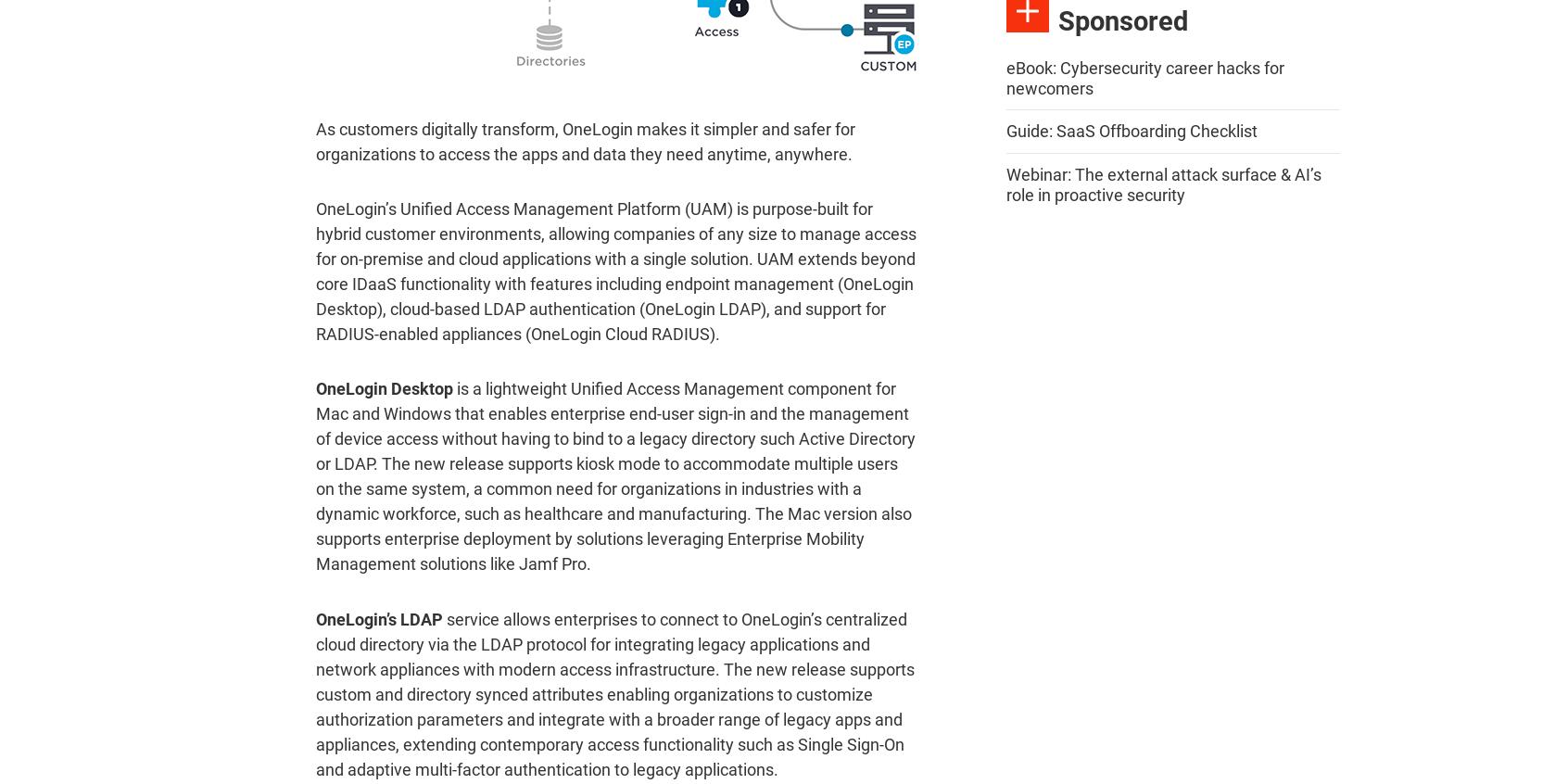  I want to click on 'OneLogin Desktop', so click(385, 388).